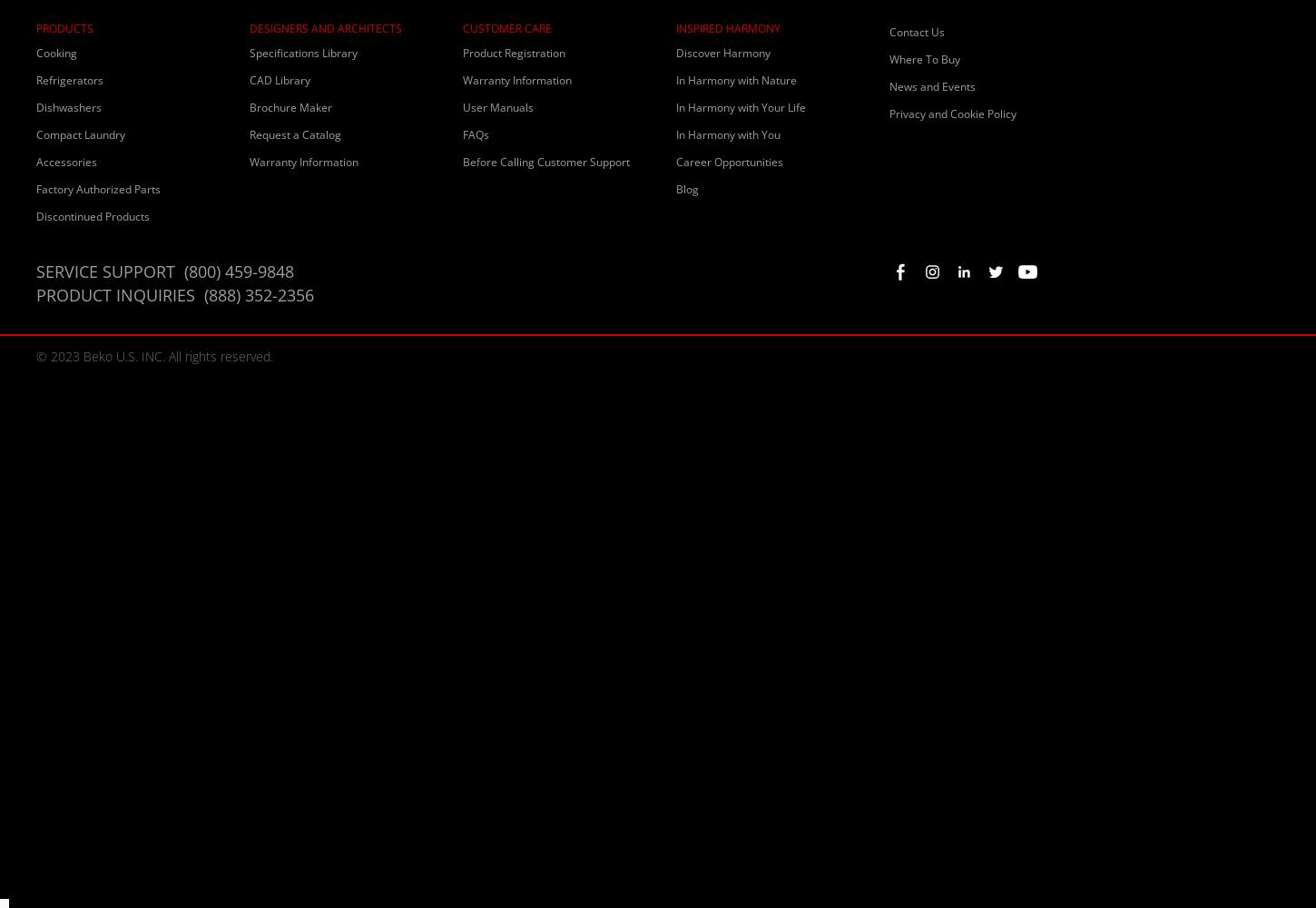 This screenshot has height=908, width=1316. What do you see at coordinates (728, 27) in the screenshot?
I see `'INSPIRED HARMONY'` at bounding box center [728, 27].